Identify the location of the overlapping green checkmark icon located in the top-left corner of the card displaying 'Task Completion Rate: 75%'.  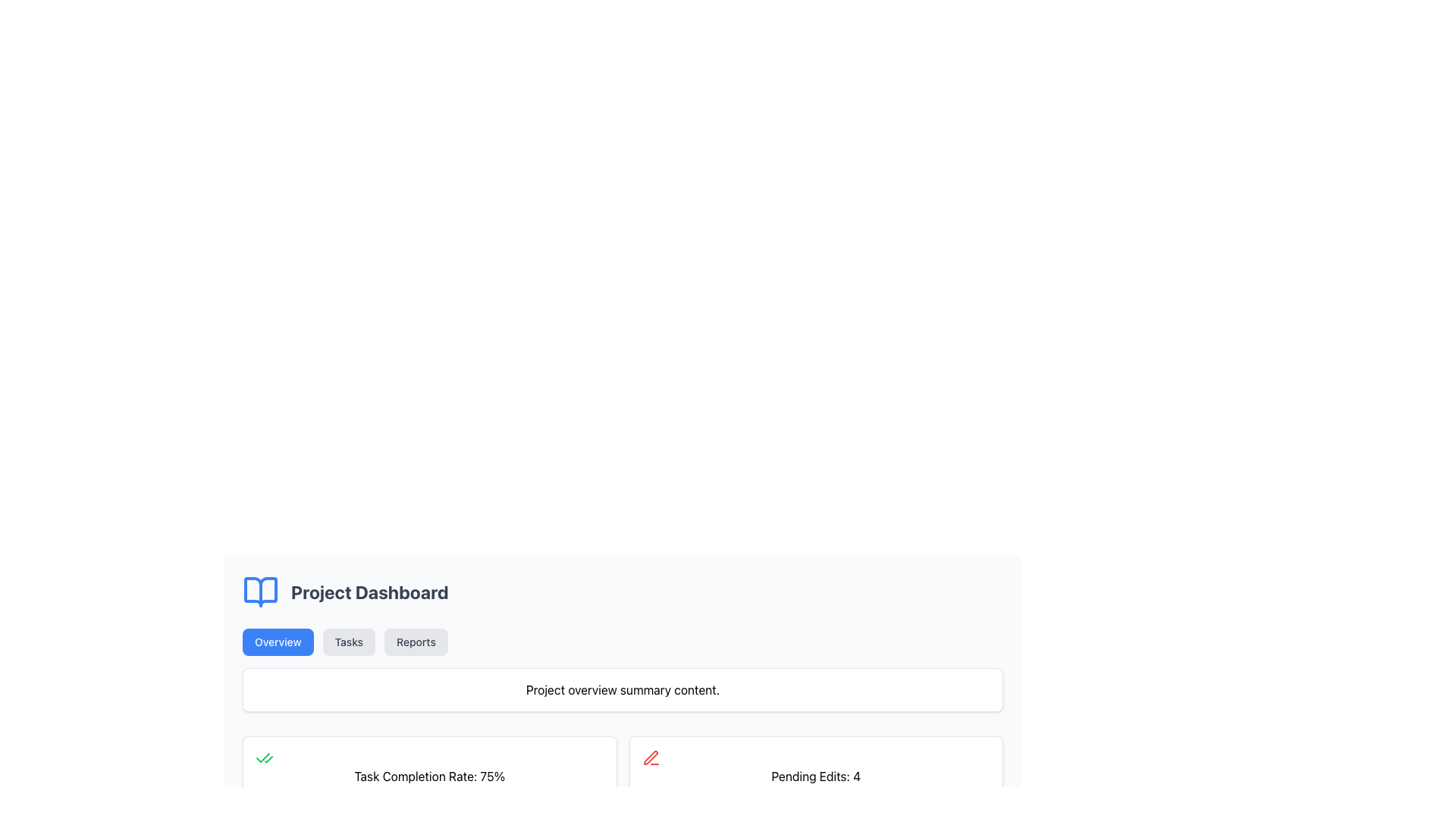
(265, 758).